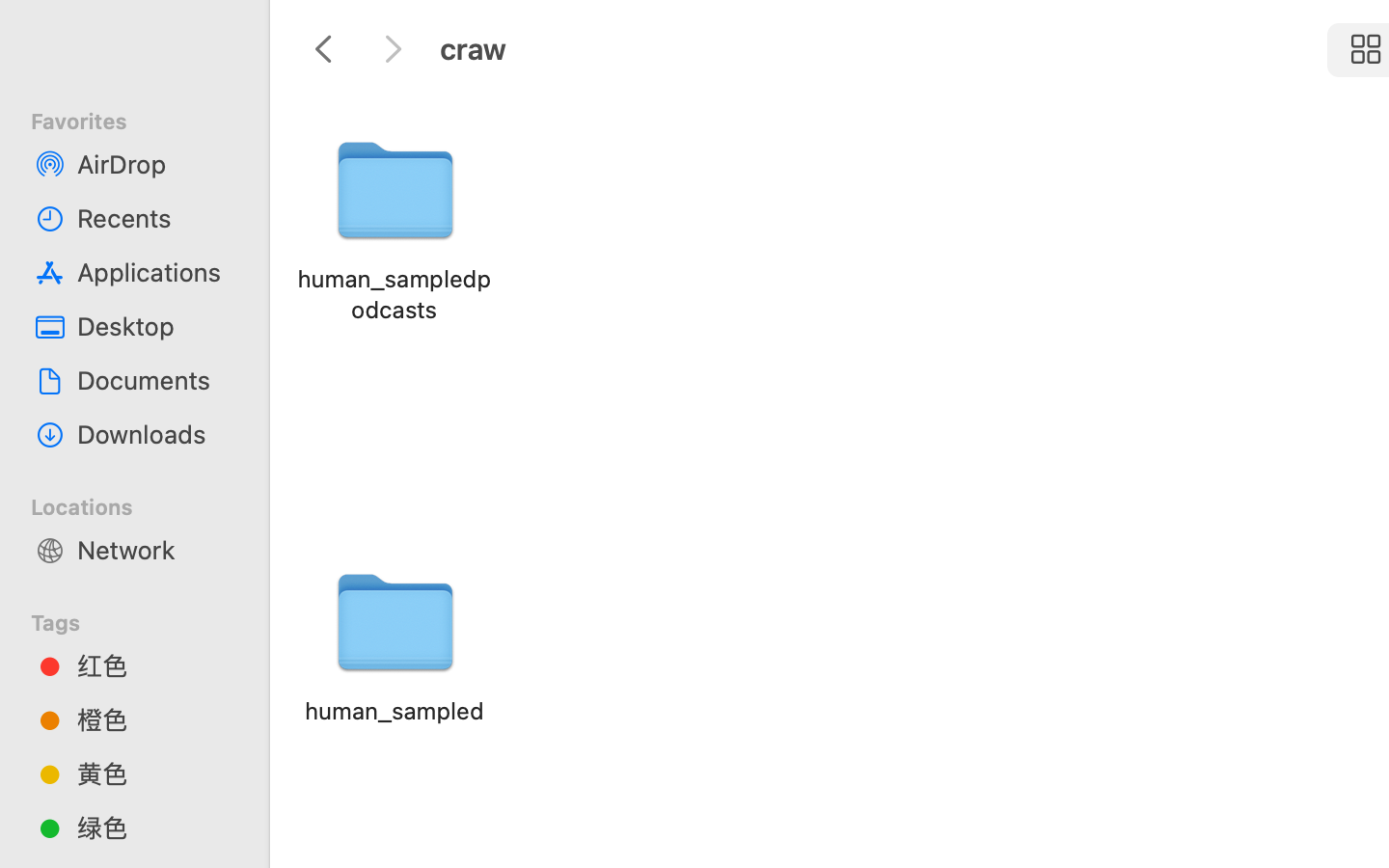 This screenshot has width=1389, height=868. Describe the element at coordinates (145, 502) in the screenshot. I see `'Locations'` at that location.